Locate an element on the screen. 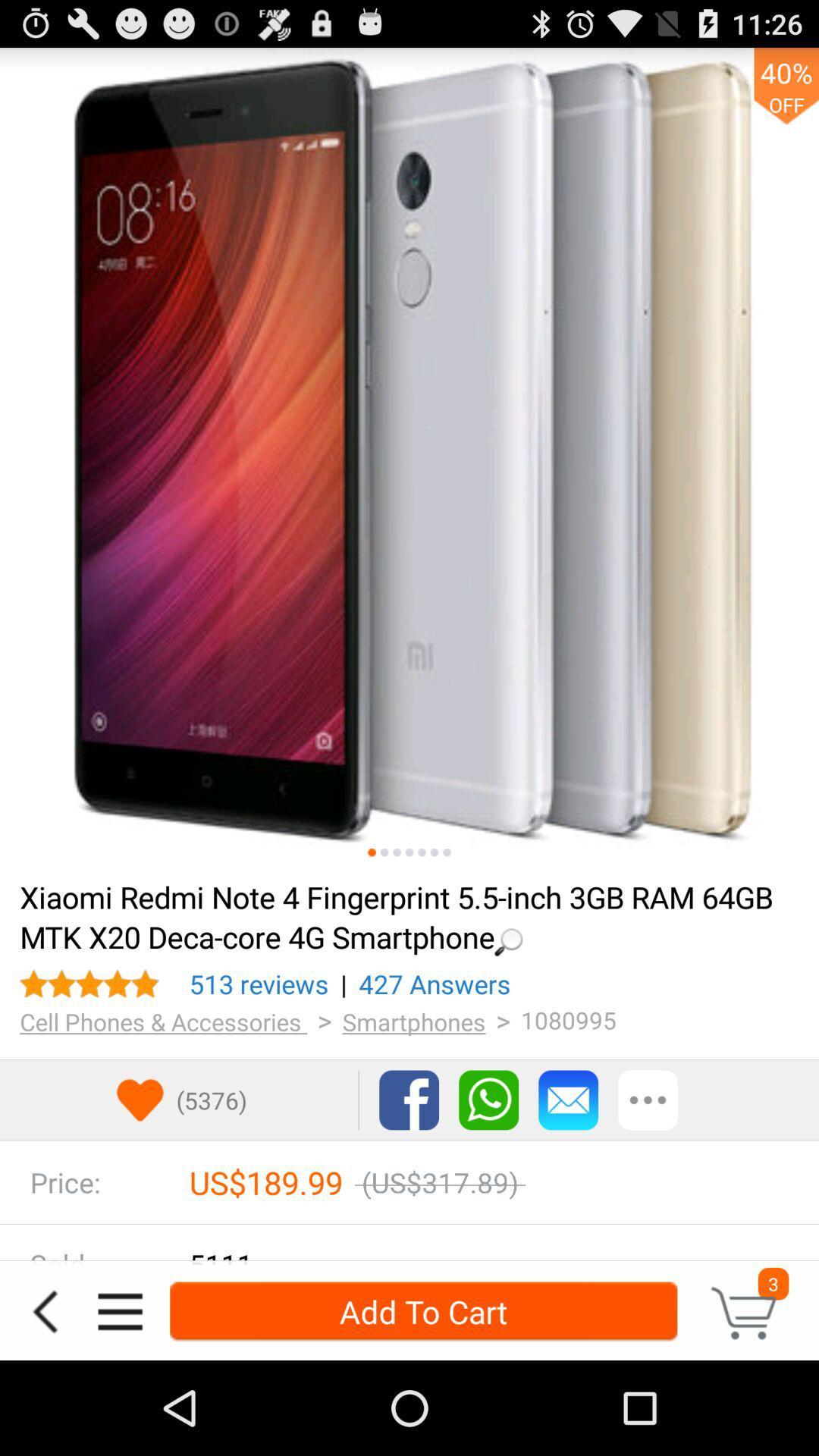  call the company is located at coordinates (488, 1100).